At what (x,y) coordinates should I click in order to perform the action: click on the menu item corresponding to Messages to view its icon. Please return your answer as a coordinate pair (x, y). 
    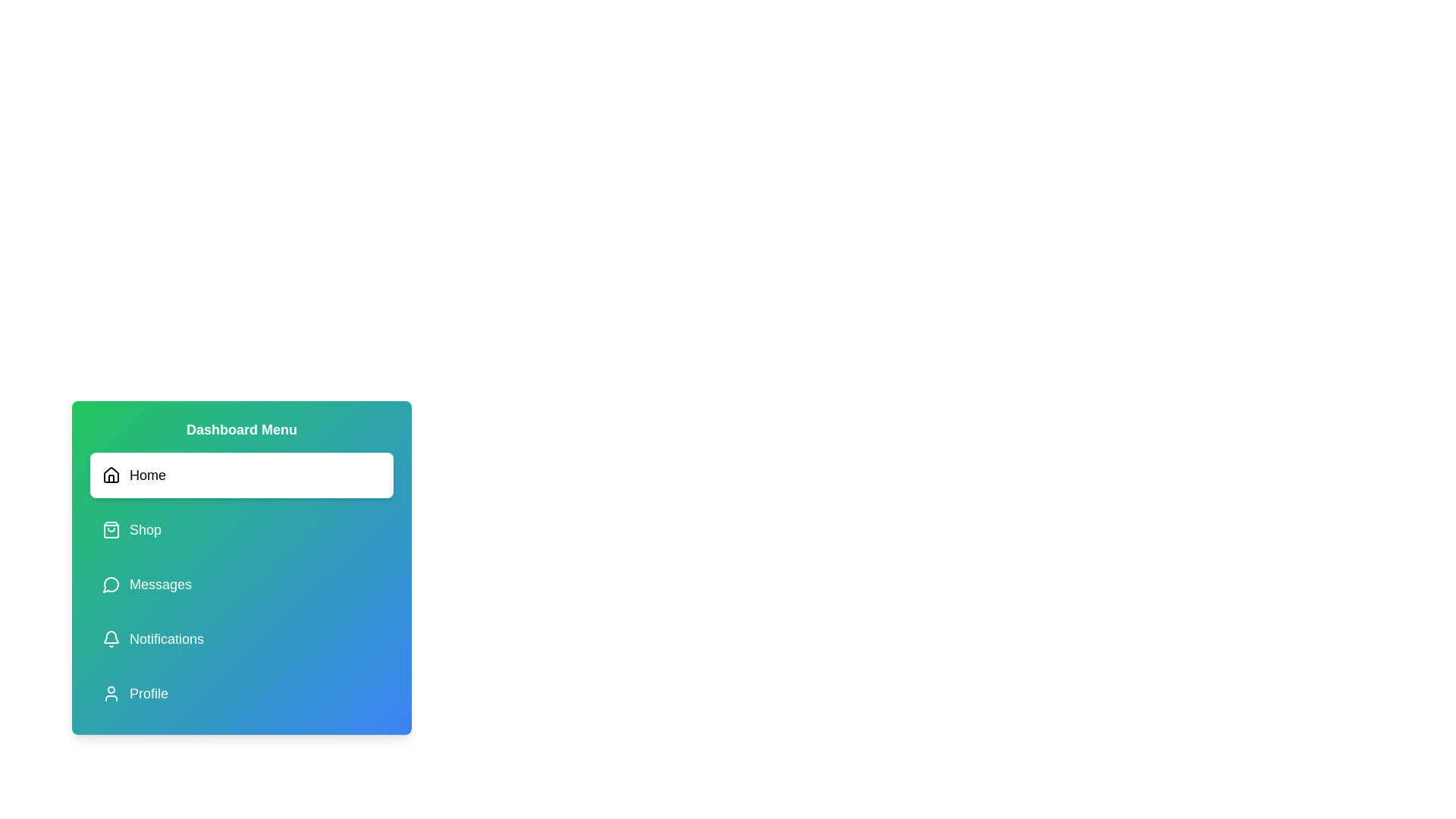
    Looking at the image, I should click on (240, 584).